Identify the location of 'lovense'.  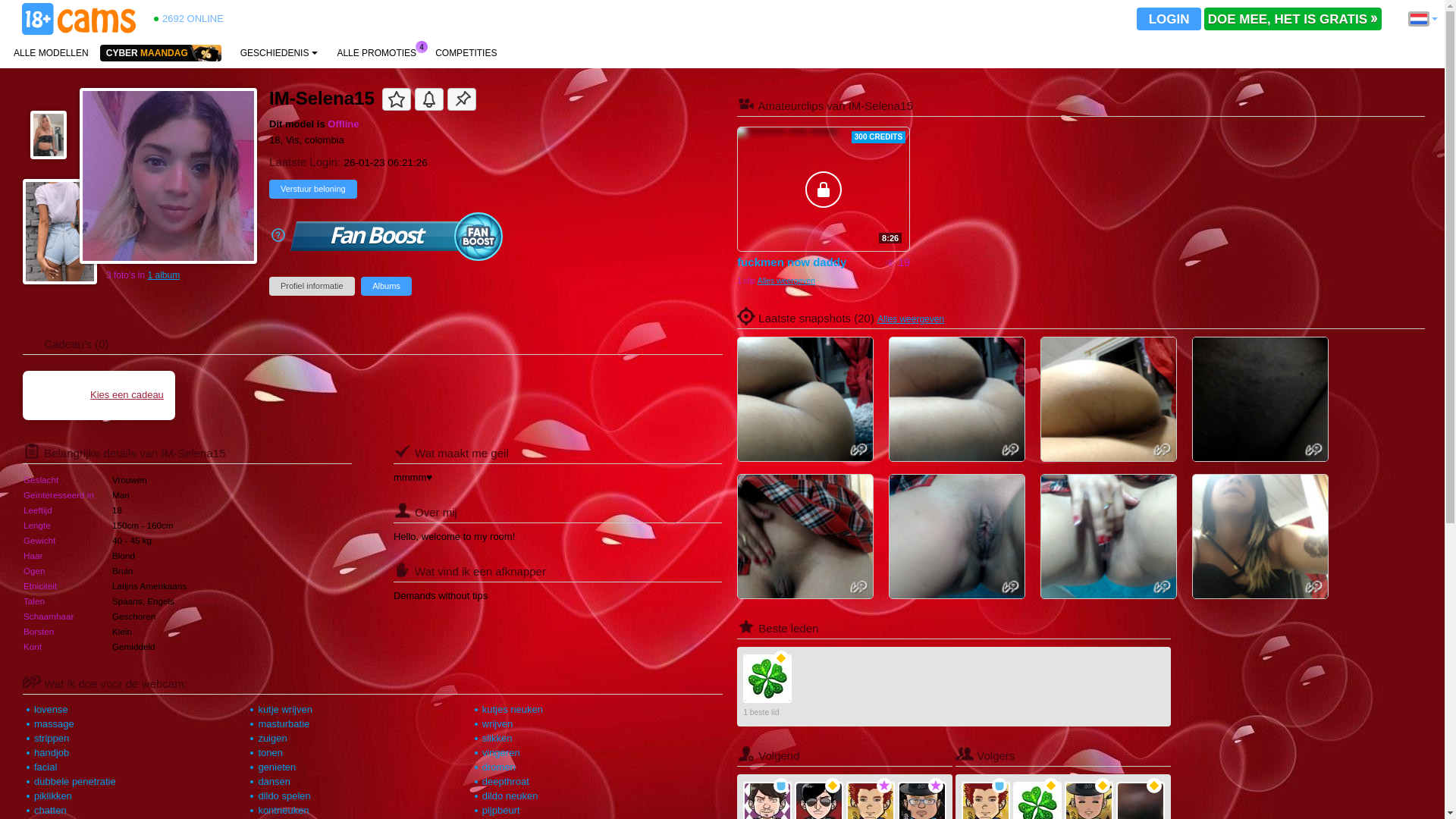
(51, 709).